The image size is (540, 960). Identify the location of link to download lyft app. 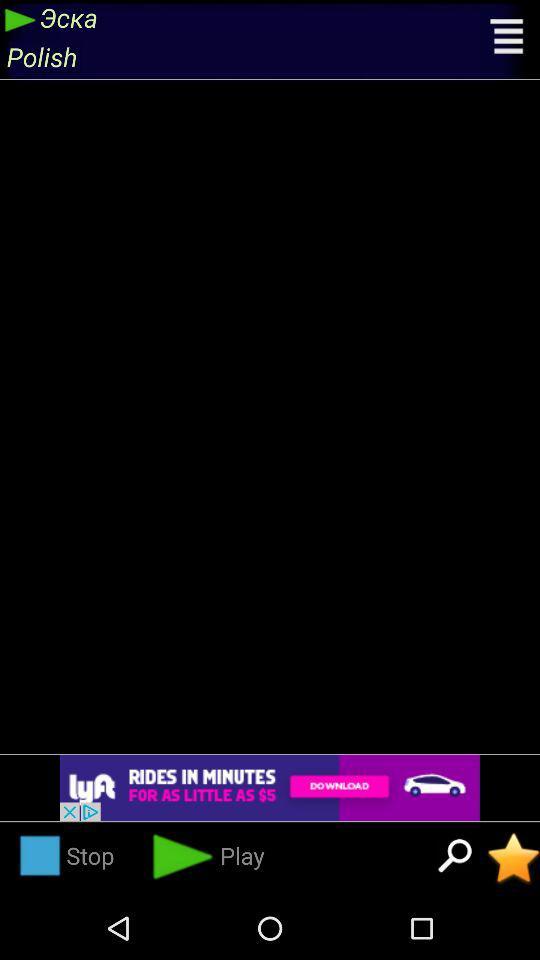
(270, 788).